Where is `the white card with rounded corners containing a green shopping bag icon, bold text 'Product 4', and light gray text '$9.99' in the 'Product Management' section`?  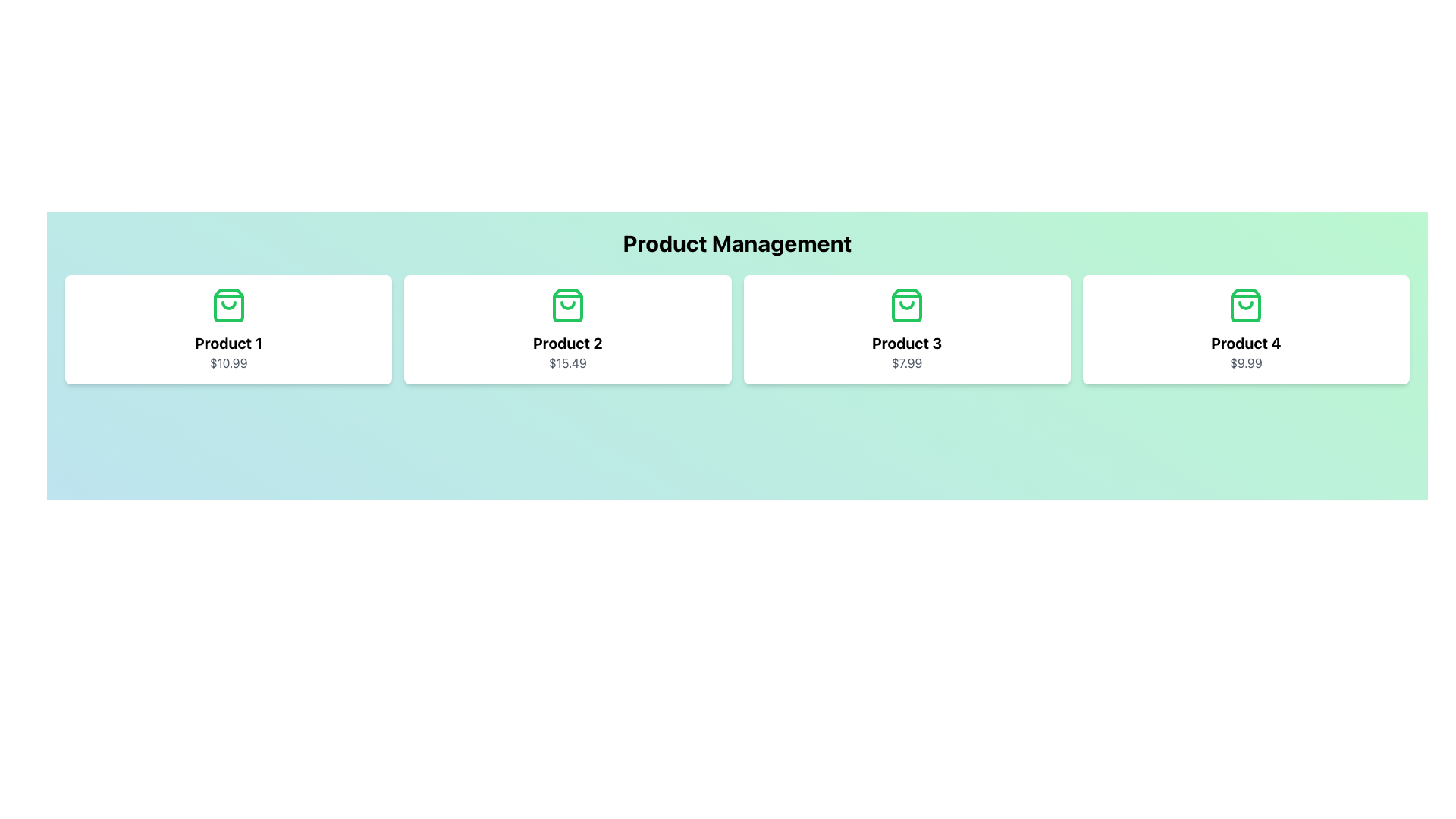
the white card with rounded corners containing a green shopping bag icon, bold text 'Product 4', and light gray text '$9.99' in the 'Product Management' section is located at coordinates (1246, 329).